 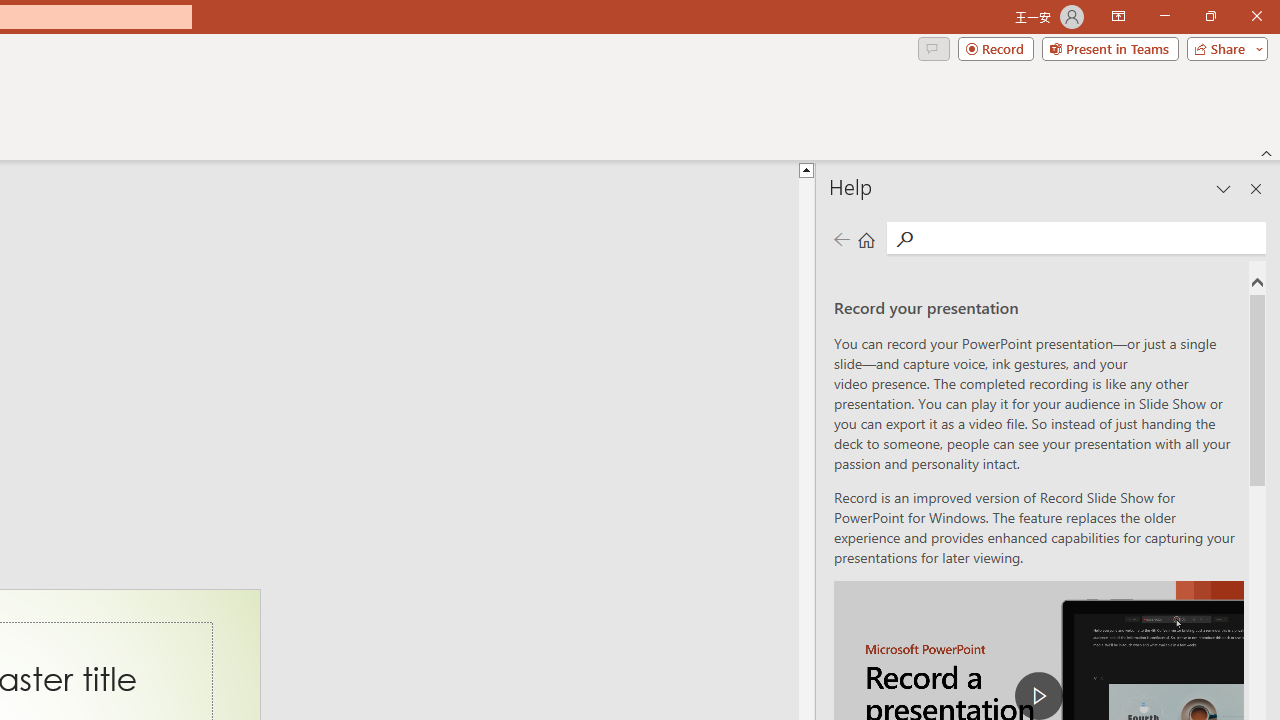 What do you see at coordinates (841, 238) in the screenshot?
I see `'Previous page'` at bounding box center [841, 238].